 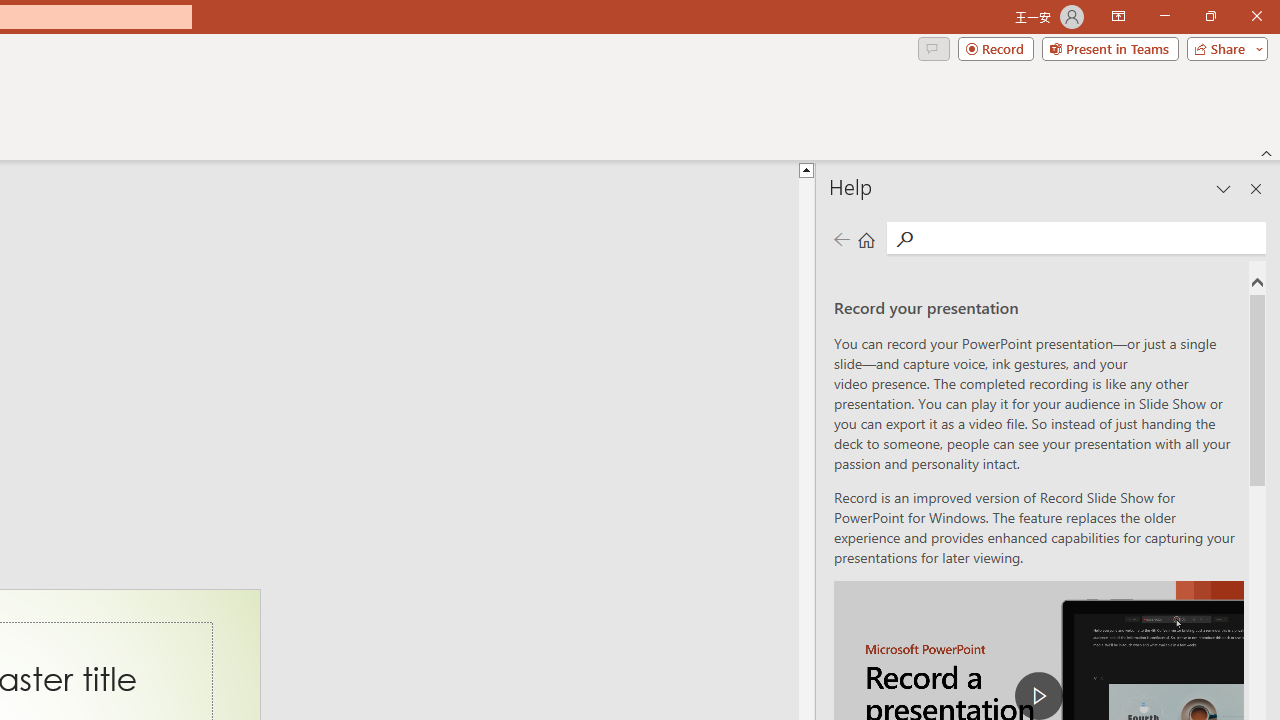 What do you see at coordinates (841, 238) in the screenshot?
I see `'Previous page'` at bounding box center [841, 238].